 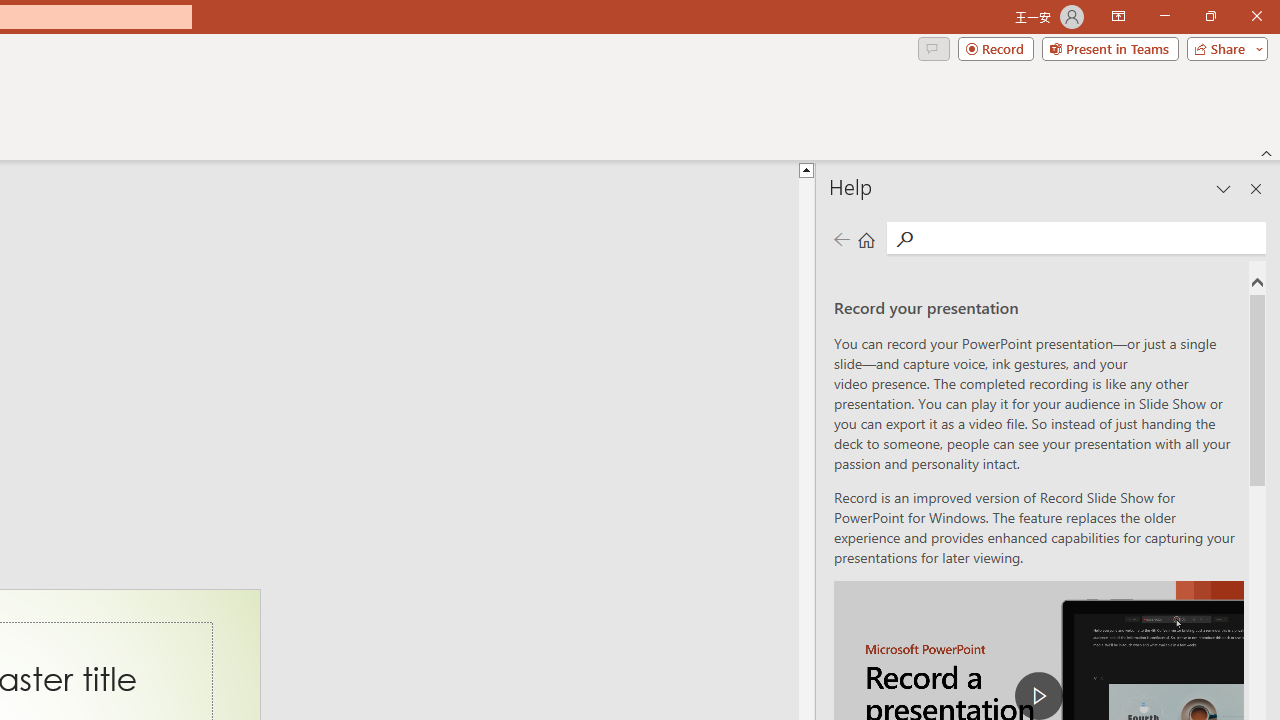 What do you see at coordinates (841, 238) in the screenshot?
I see `'Previous page'` at bounding box center [841, 238].